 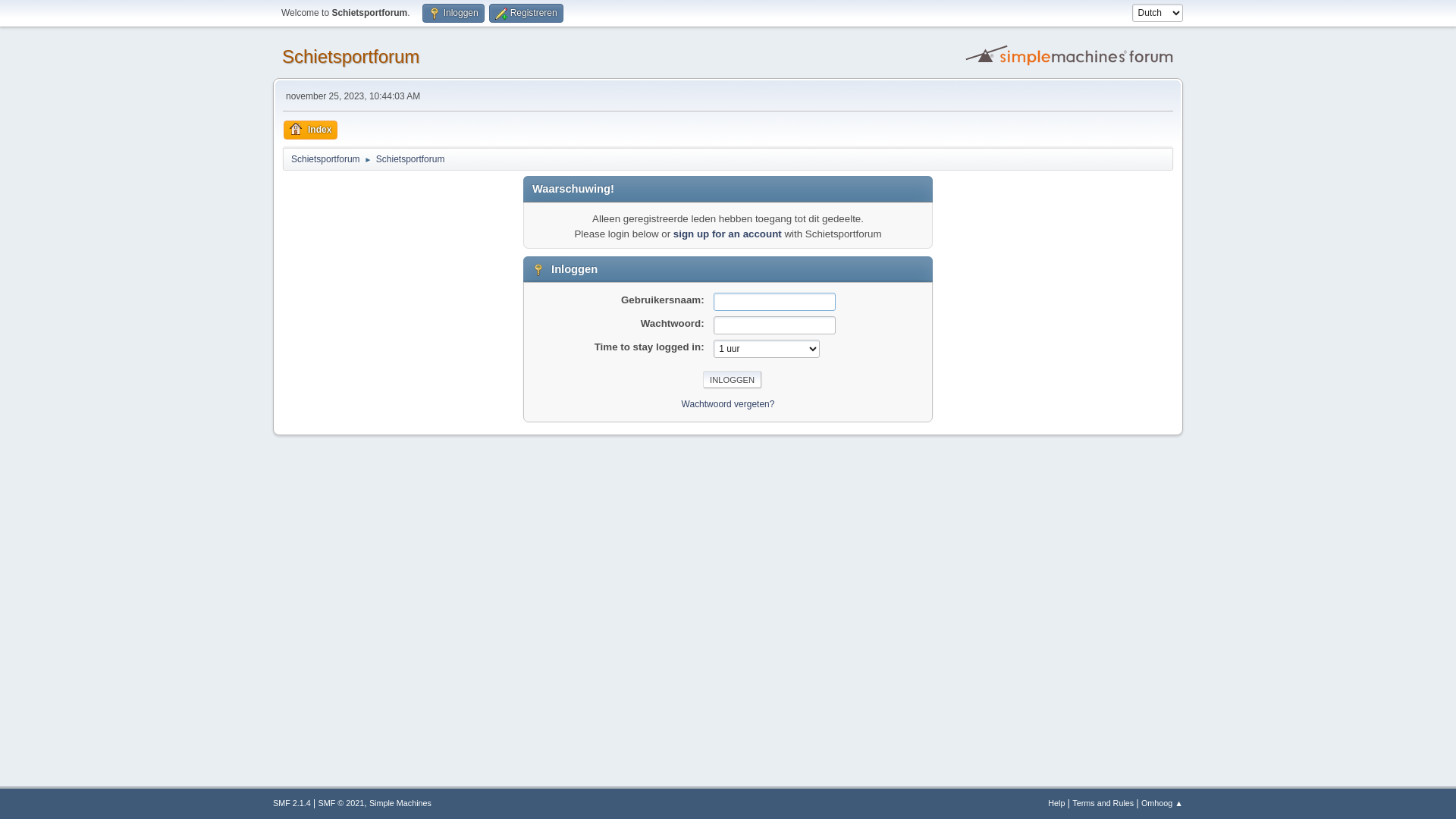 I want to click on 'Terms and Rules', so click(x=1103, y=802).